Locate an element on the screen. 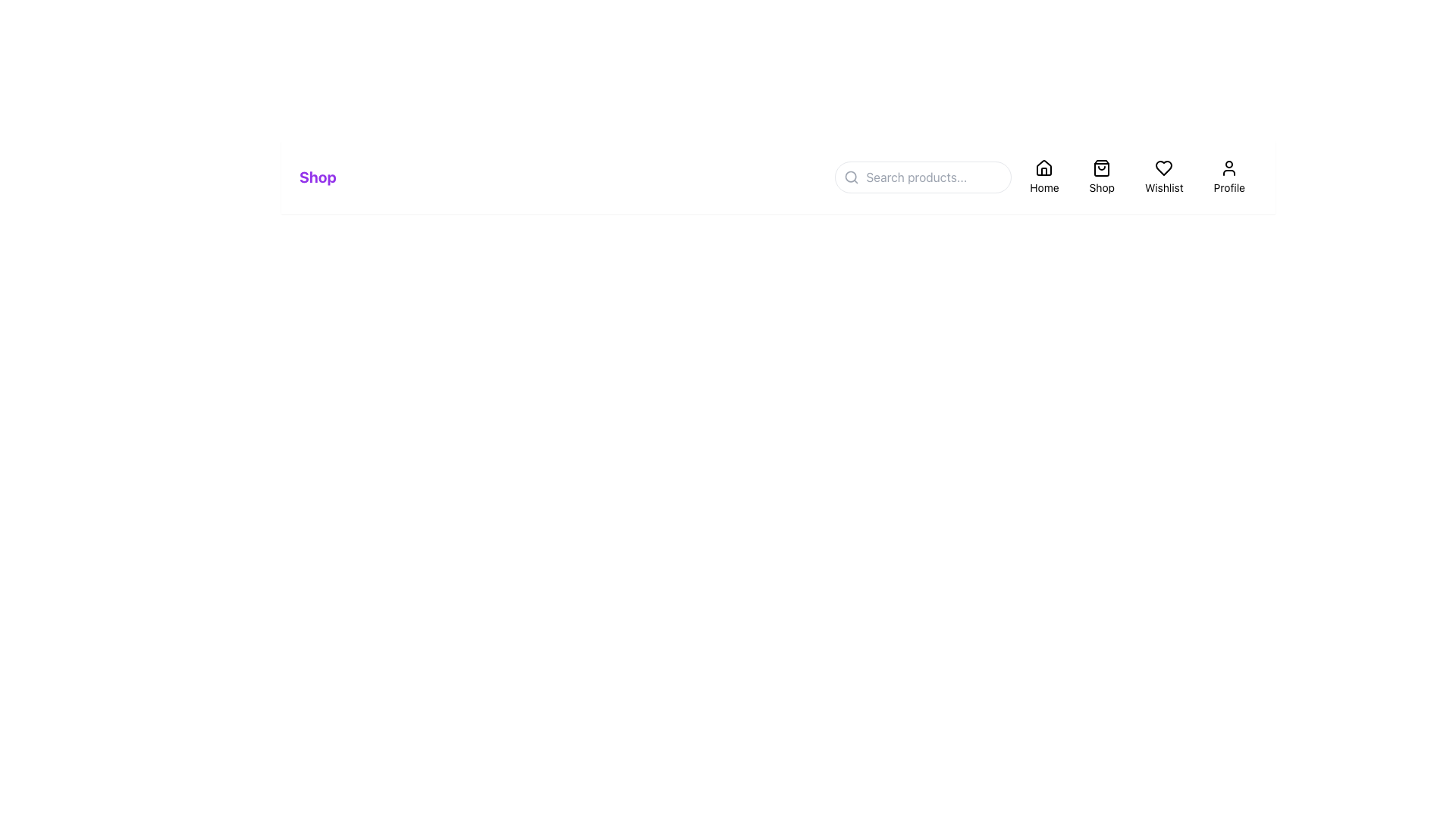 The width and height of the screenshot is (1456, 819). the heart-shaped Wishlist button in the navigation bar at the top-right section is located at coordinates (1163, 177).